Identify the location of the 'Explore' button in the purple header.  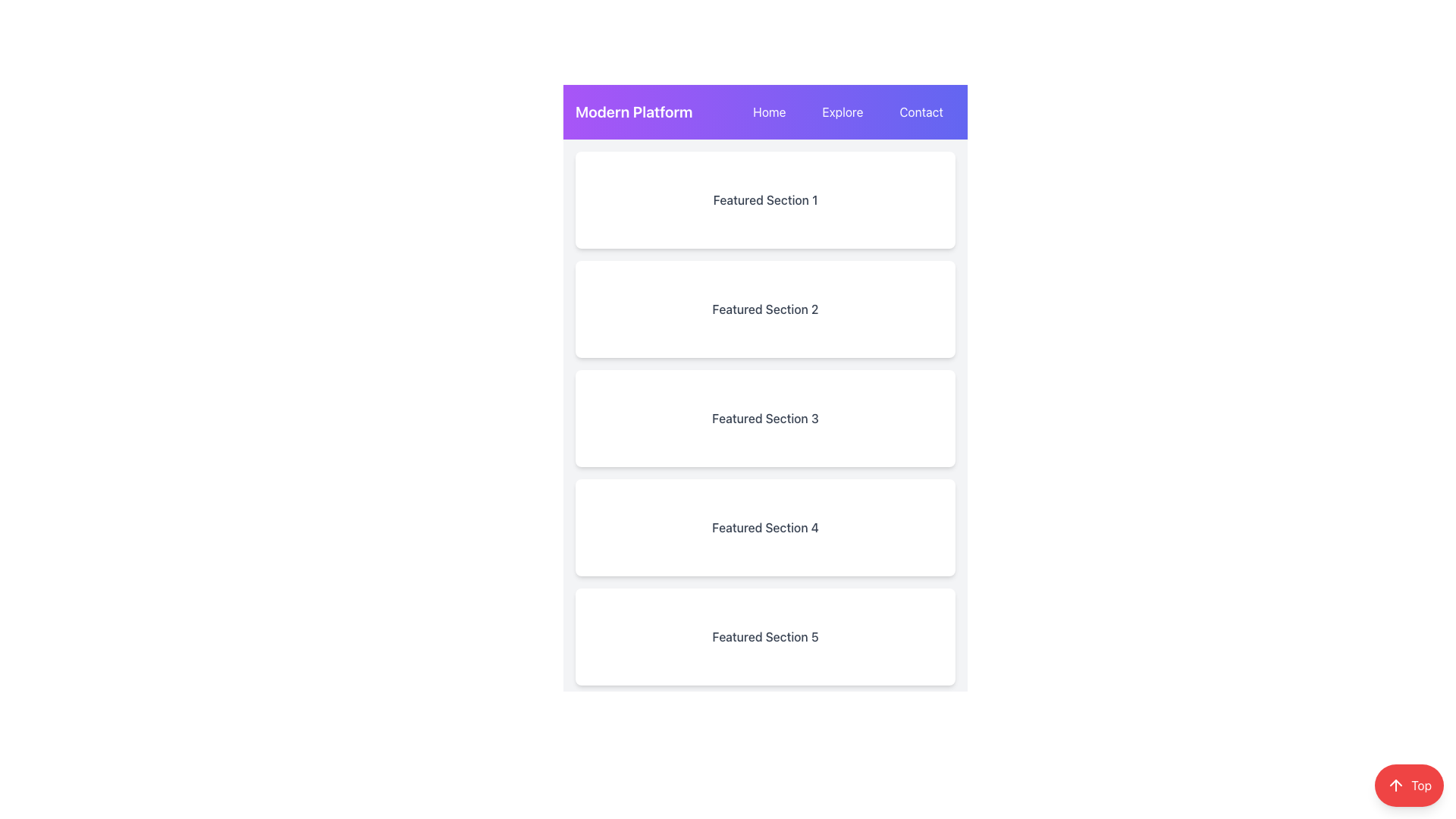
(842, 111).